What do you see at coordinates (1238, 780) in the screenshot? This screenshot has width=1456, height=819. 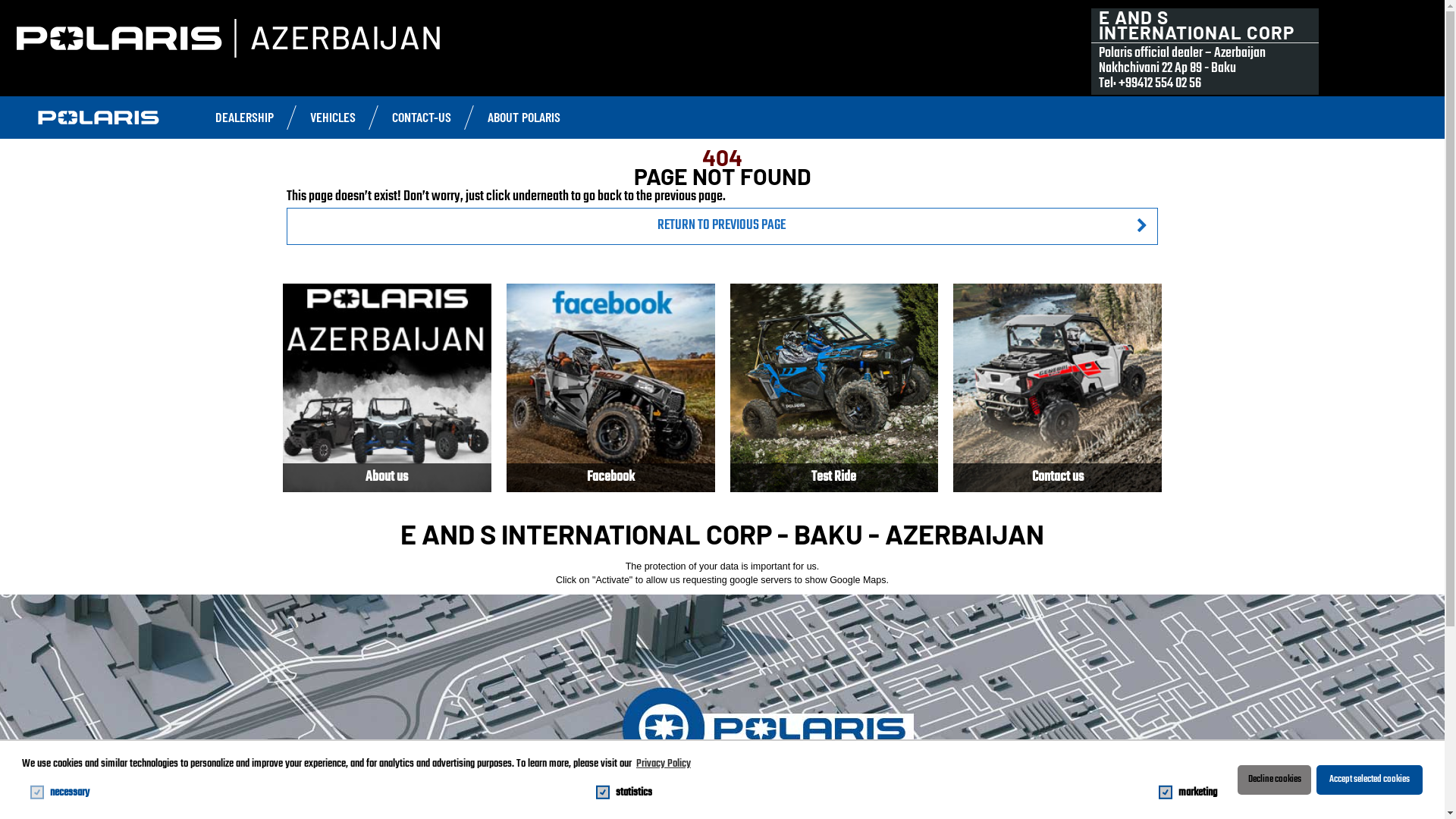 I see `'Decline cookies'` at bounding box center [1238, 780].